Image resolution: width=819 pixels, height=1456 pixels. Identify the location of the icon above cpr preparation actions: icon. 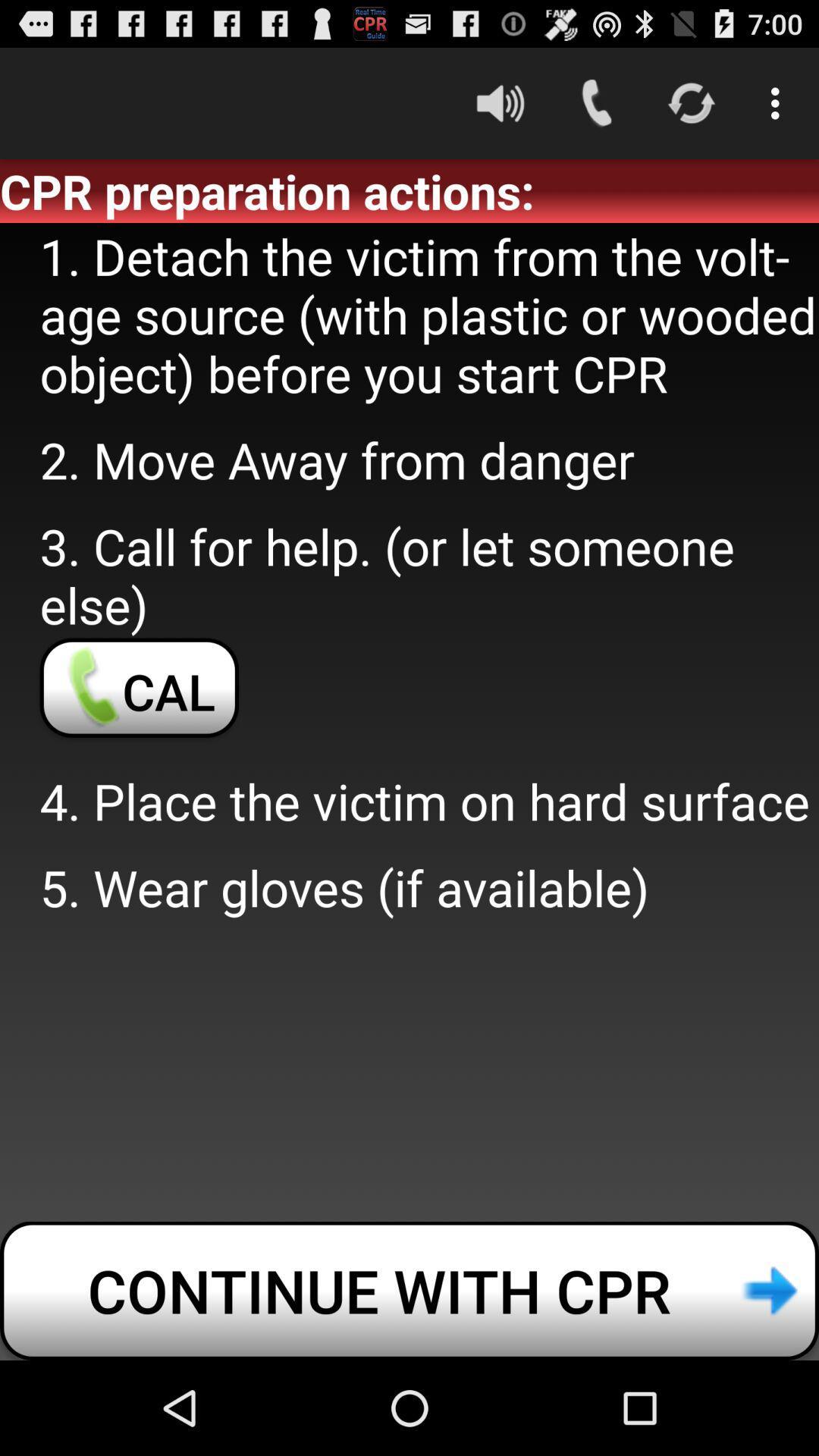
(779, 102).